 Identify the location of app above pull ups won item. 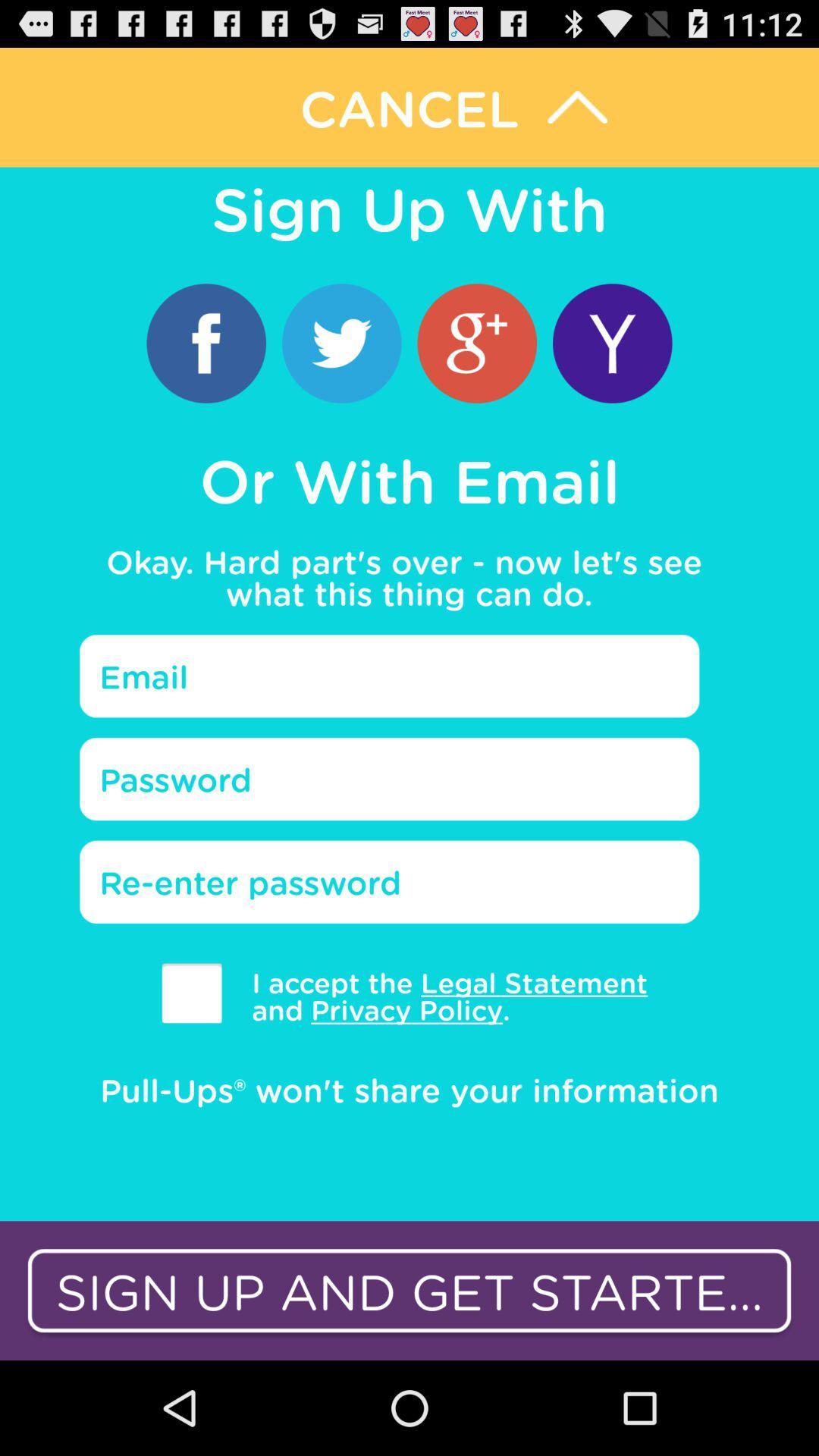
(438, 996).